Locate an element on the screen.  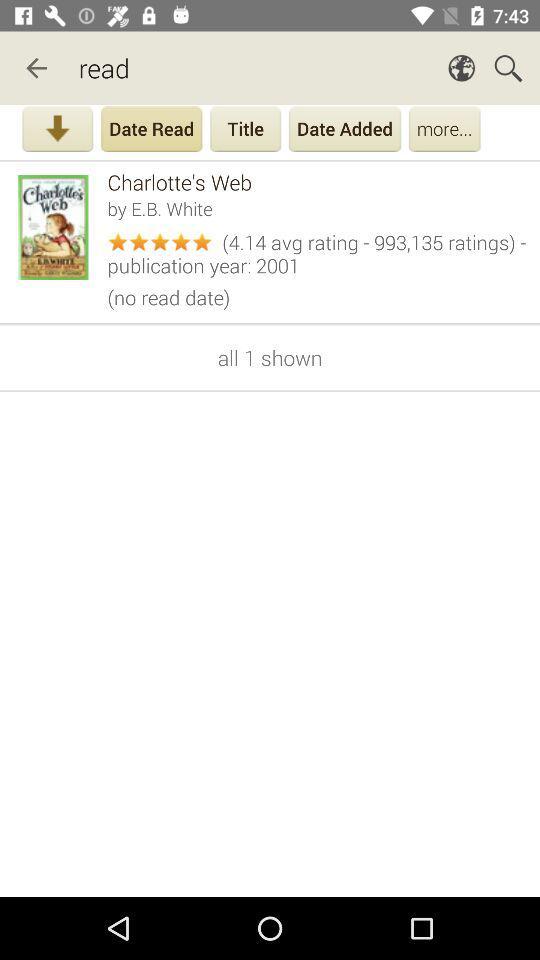
the picture which is below the downside arrow is located at coordinates (57, 227).